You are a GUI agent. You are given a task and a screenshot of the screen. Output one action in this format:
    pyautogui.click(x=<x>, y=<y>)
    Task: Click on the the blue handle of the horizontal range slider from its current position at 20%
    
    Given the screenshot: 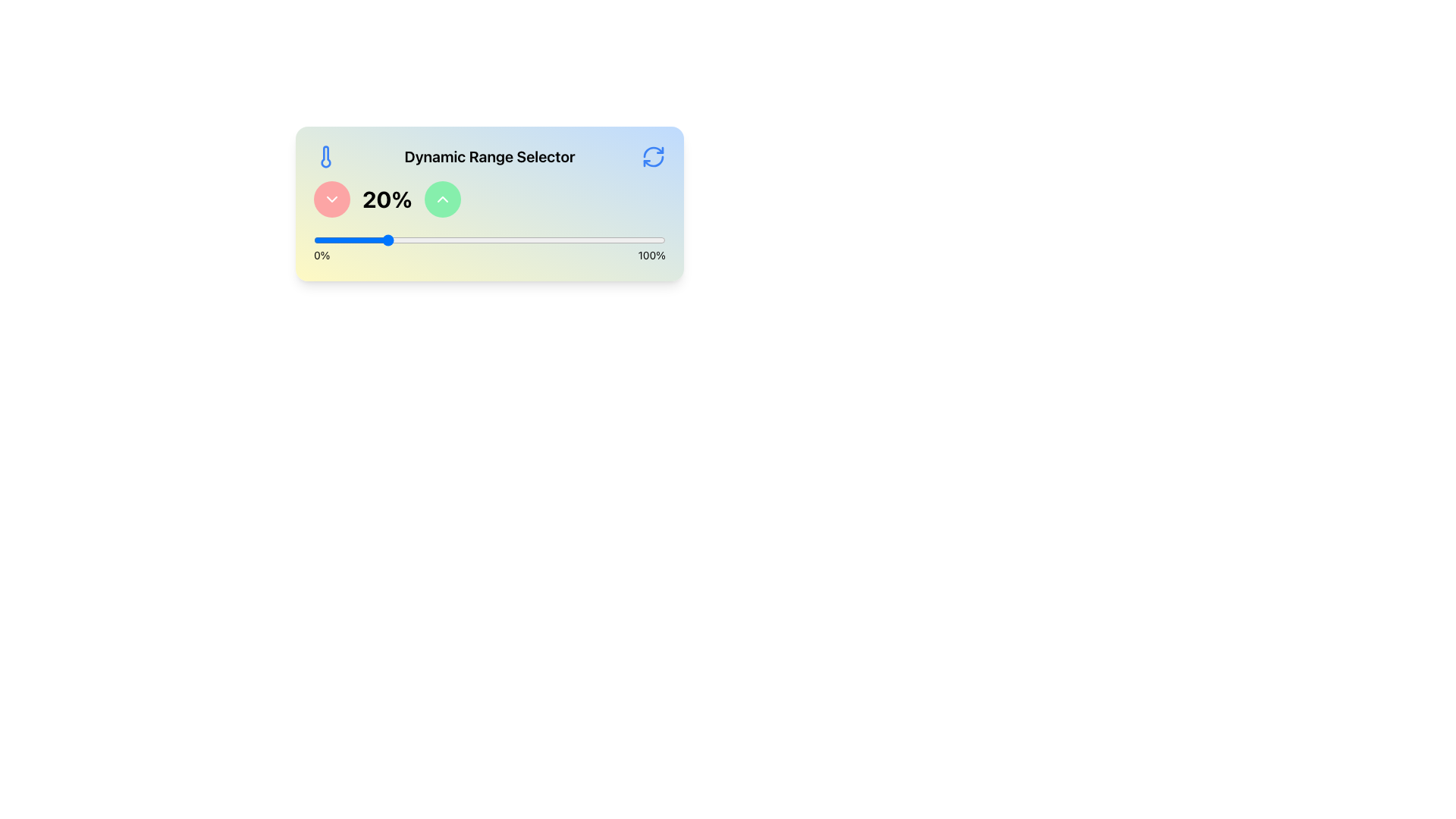 What is the action you would take?
    pyautogui.click(x=490, y=239)
    